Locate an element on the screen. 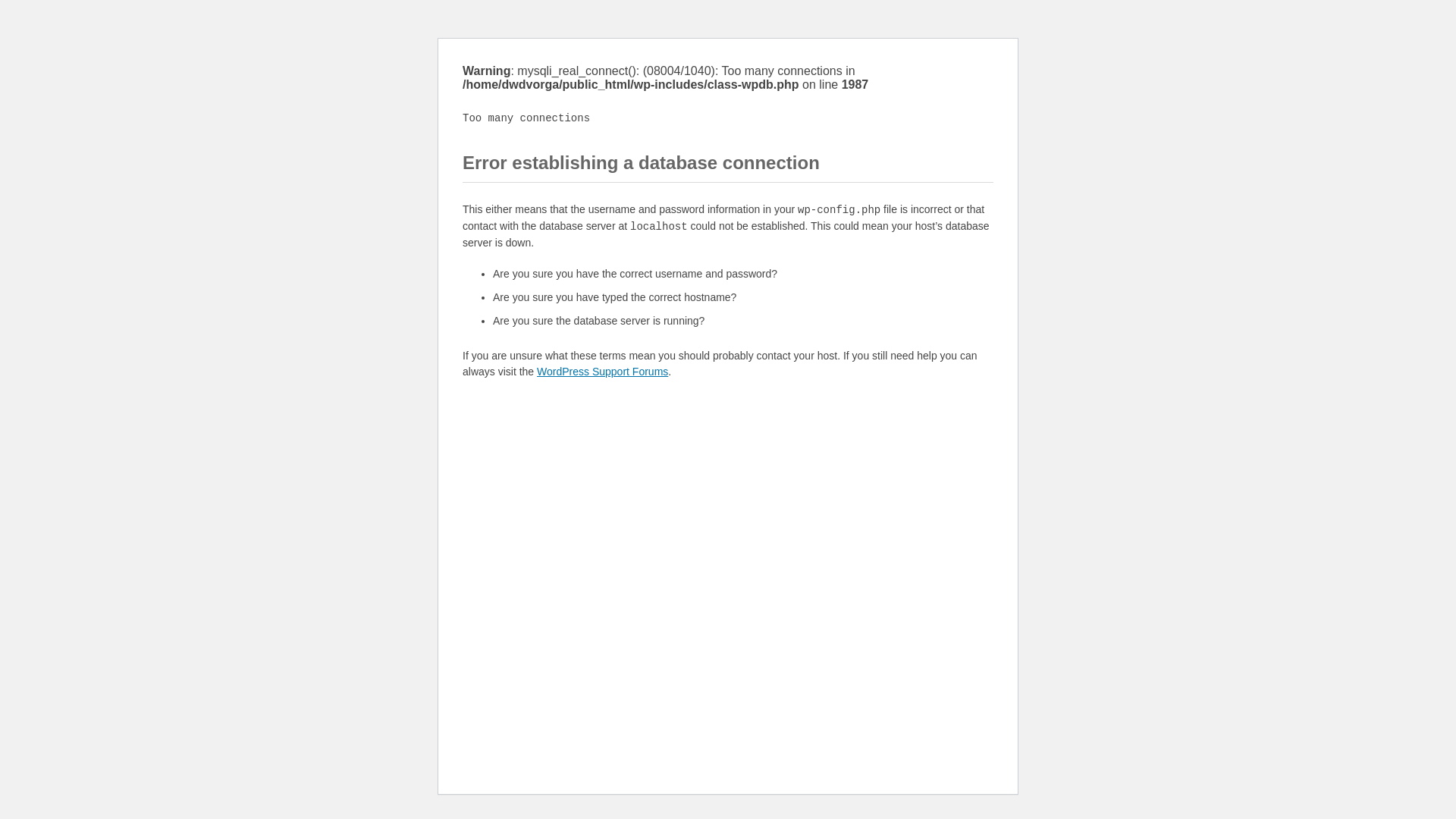 Image resolution: width=1456 pixels, height=819 pixels. 'WordPress Support Forums' is located at coordinates (601, 371).